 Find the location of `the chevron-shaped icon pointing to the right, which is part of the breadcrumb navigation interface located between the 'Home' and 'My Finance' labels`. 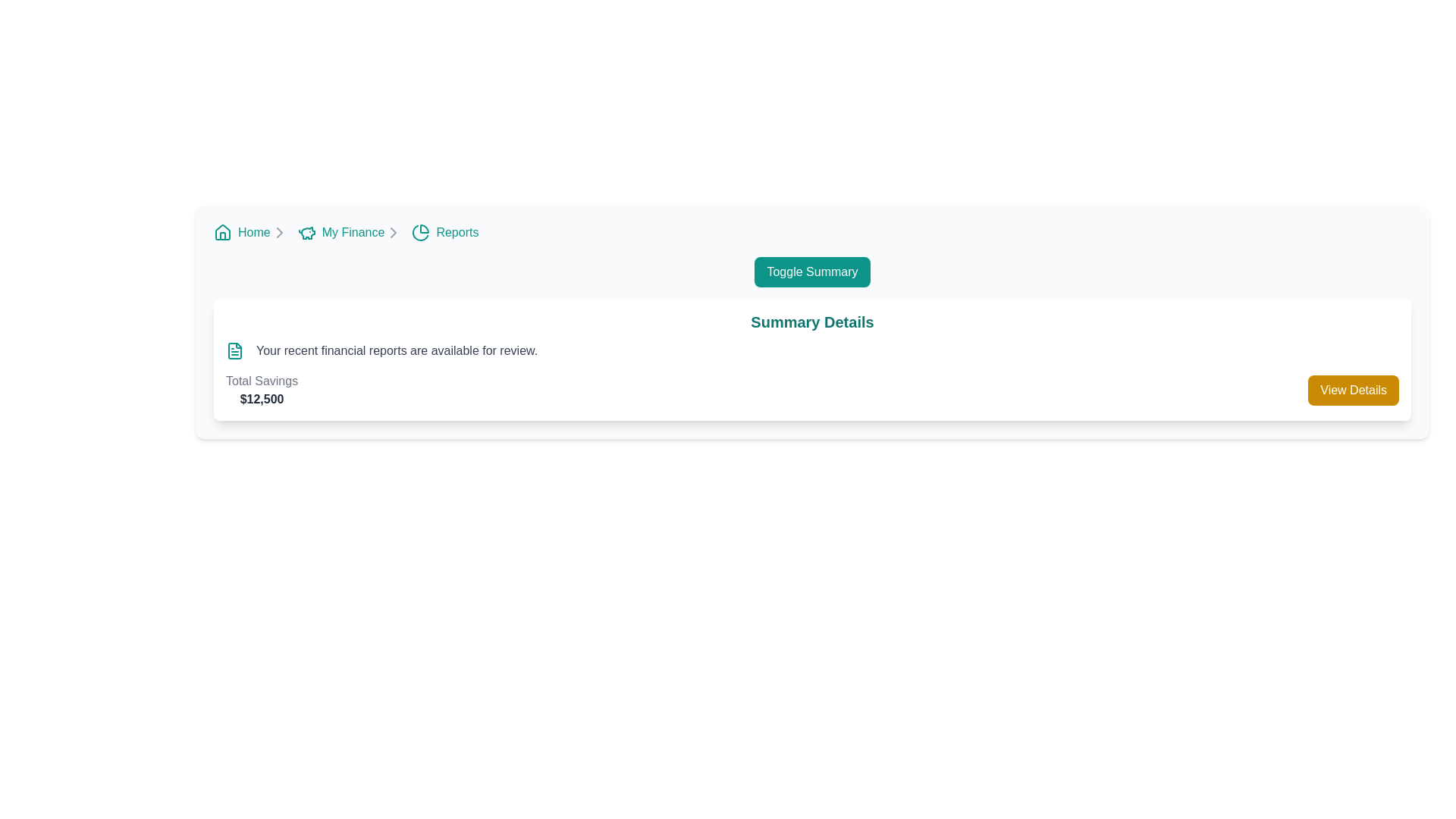

the chevron-shaped icon pointing to the right, which is part of the breadcrumb navigation interface located between the 'Home' and 'My Finance' labels is located at coordinates (394, 233).